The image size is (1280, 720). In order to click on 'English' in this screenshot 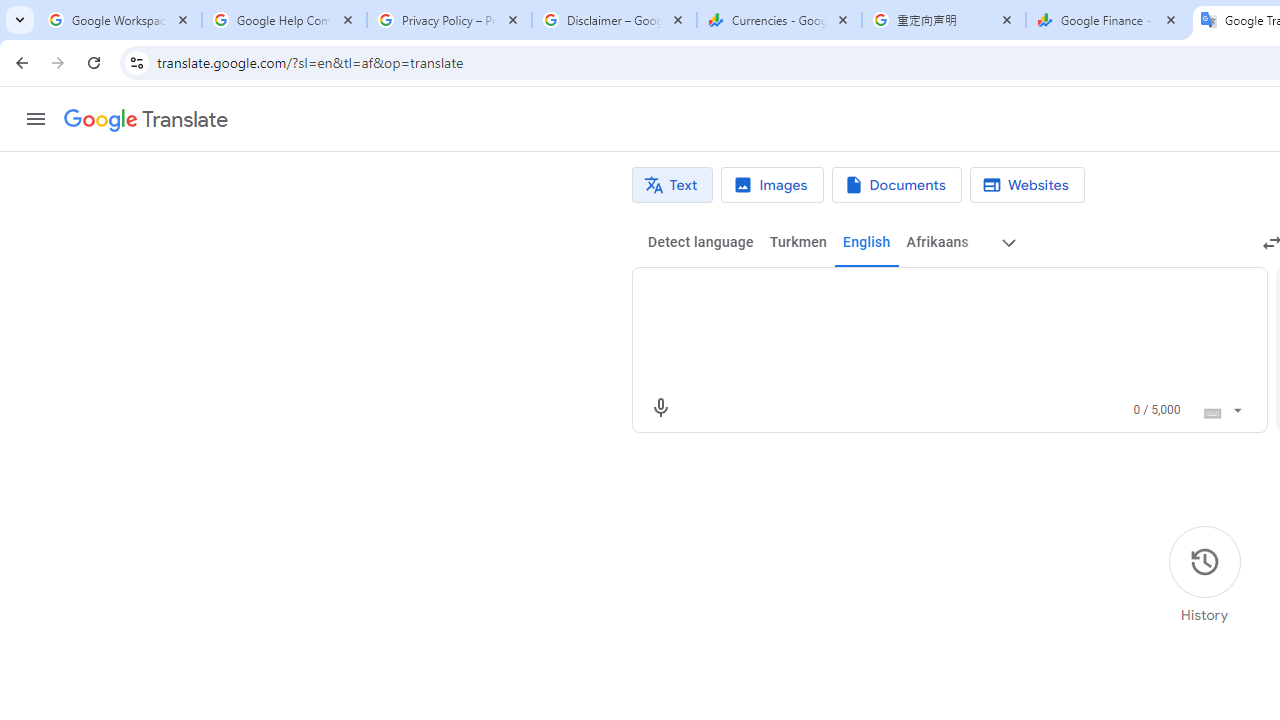, I will do `click(866, 242)`.